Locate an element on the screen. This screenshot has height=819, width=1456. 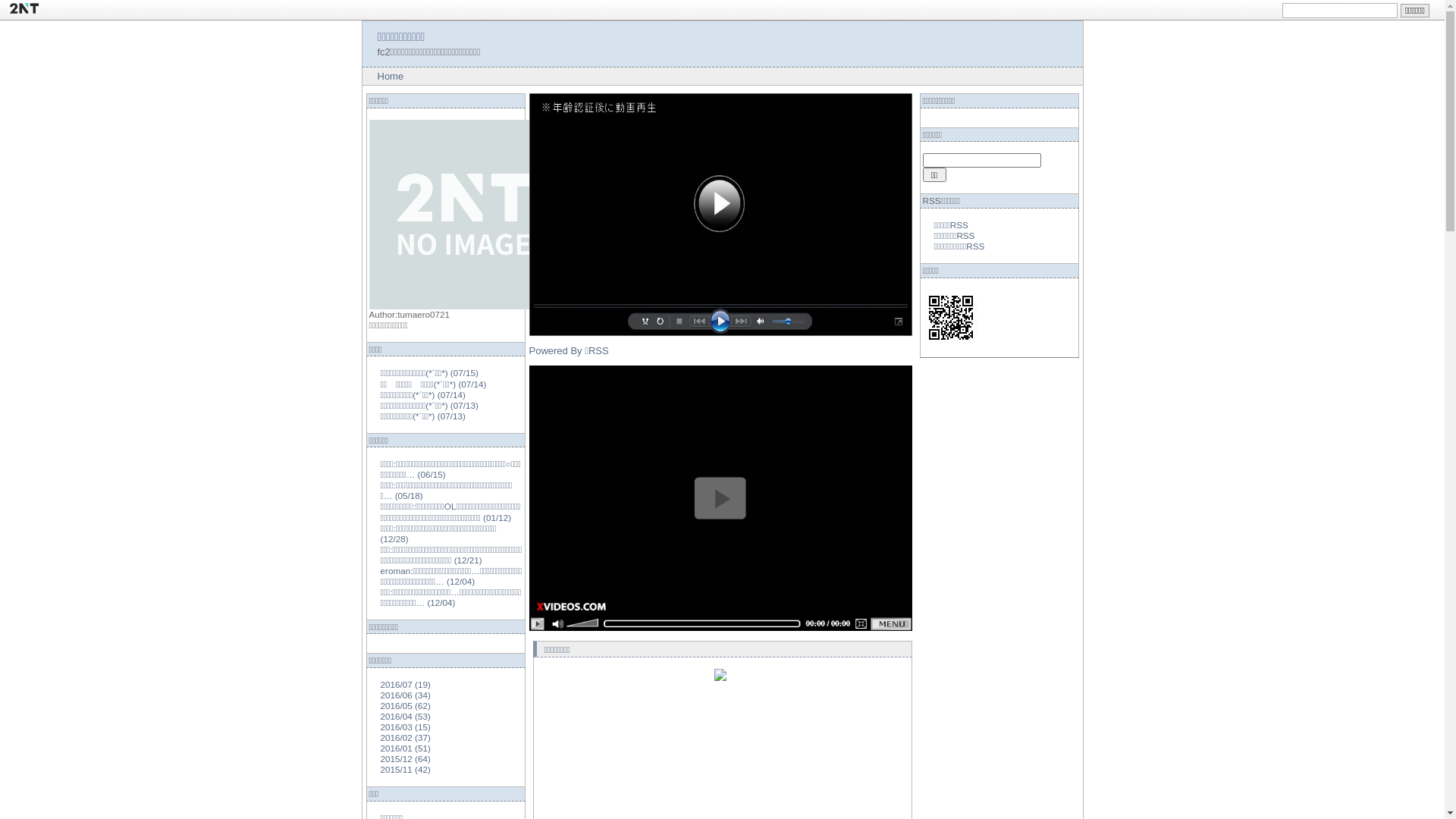
'2016/03 (15)' is located at coordinates (381, 726).